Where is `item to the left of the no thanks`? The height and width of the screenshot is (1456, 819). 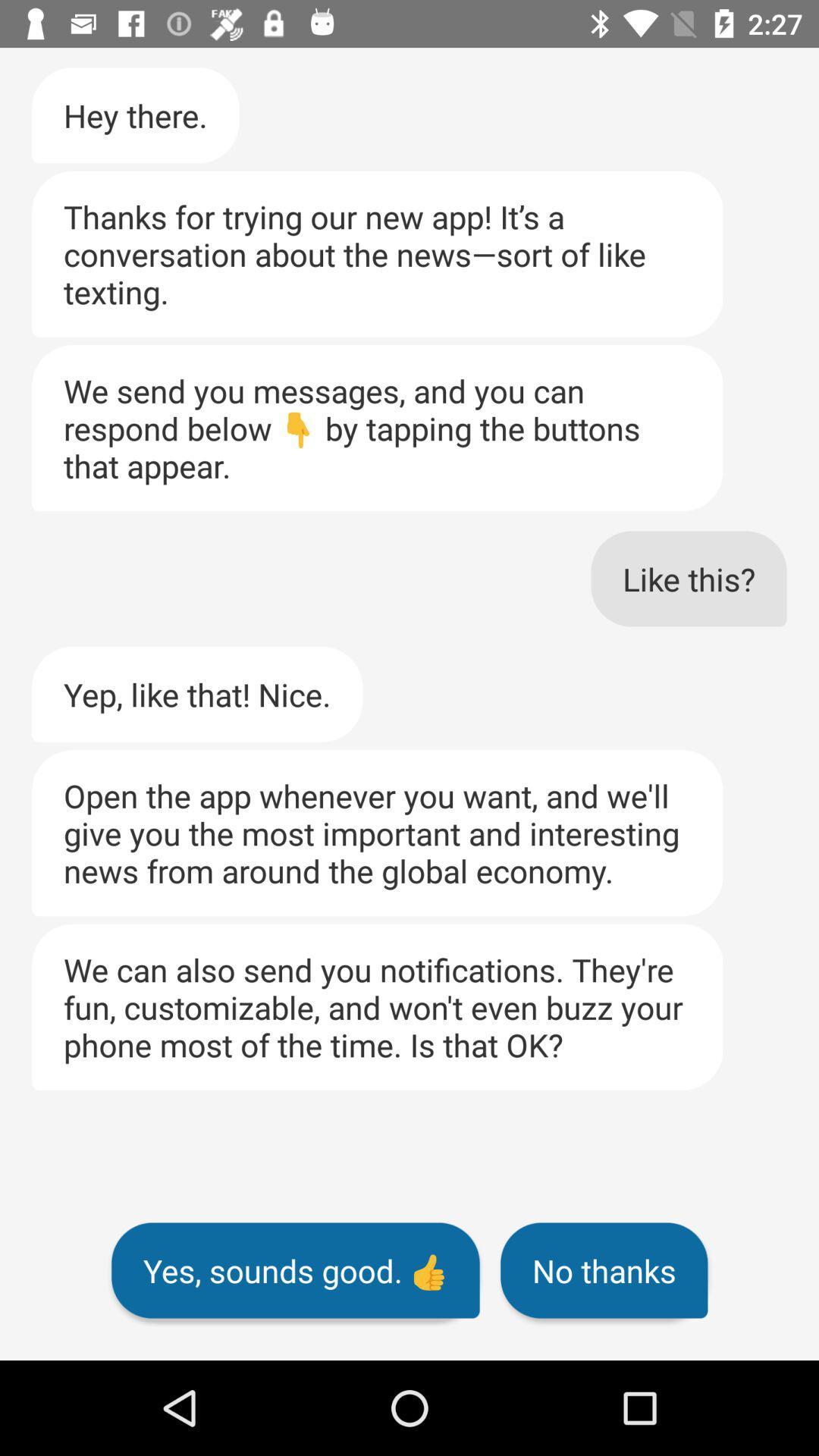
item to the left of the no thanks is located at coordinates (295, 1270).